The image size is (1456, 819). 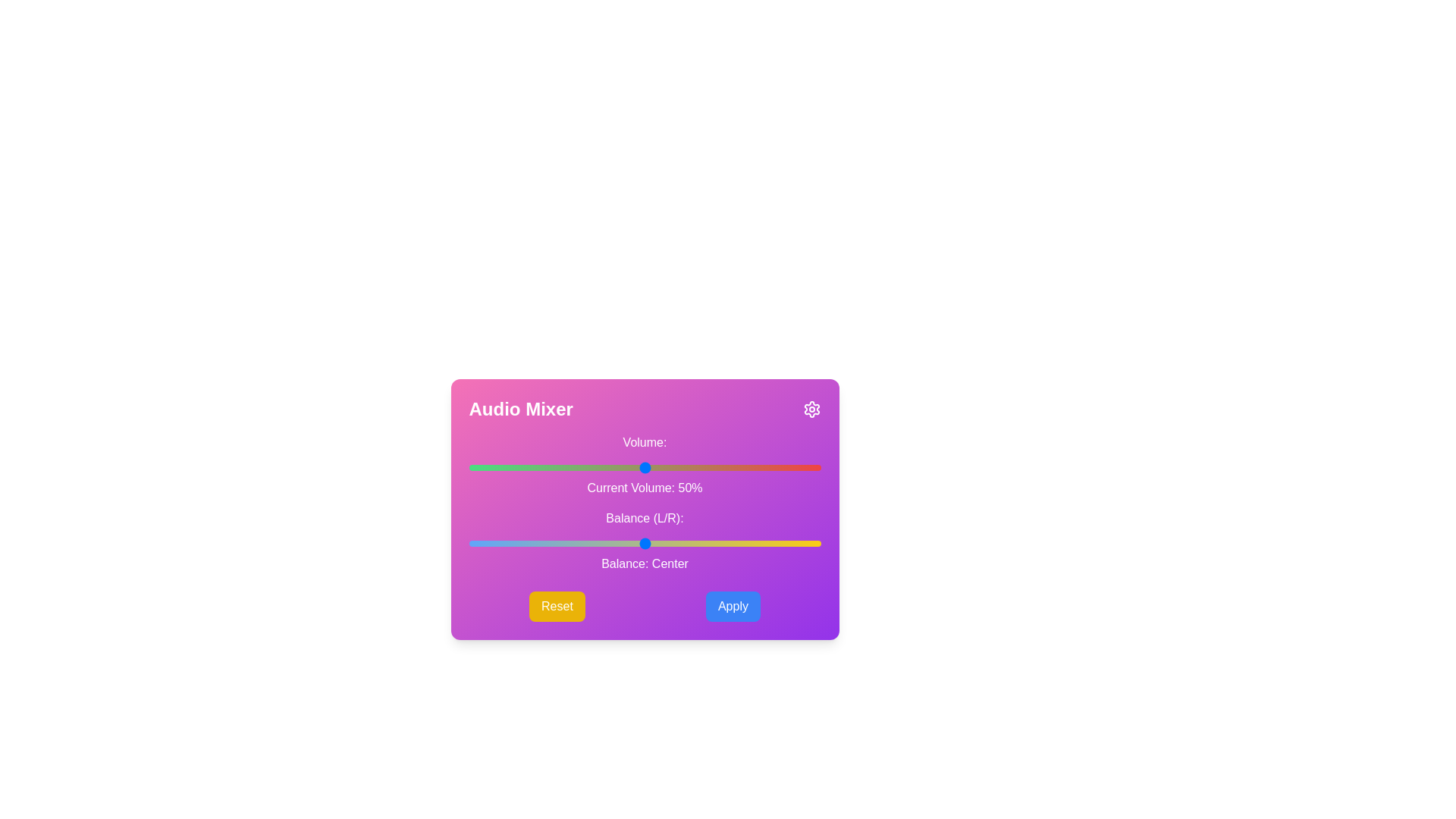 What do you see at coordinates (679, 467) in the screenshot?
I see `the volume slider to set the volume to 60%` at bounding box center [679, 467].